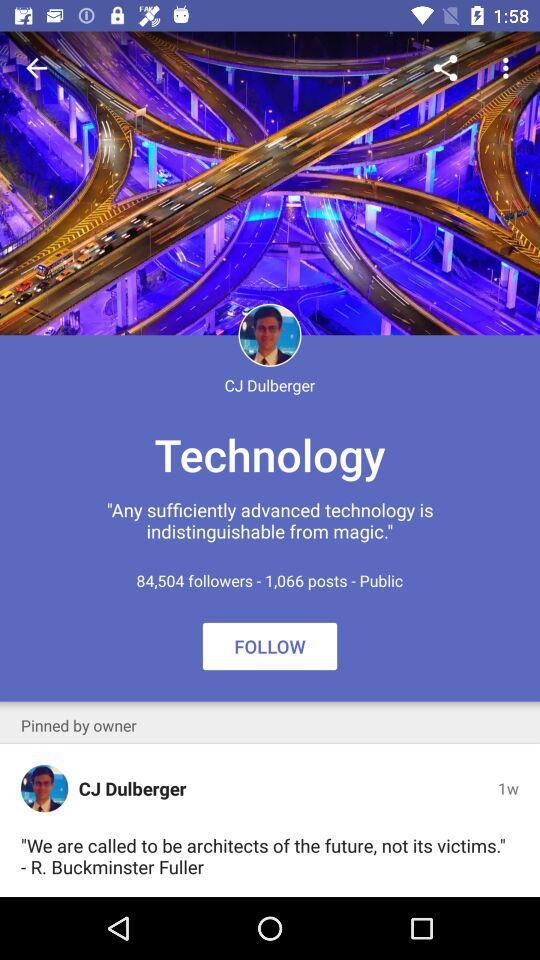 This screenshot has width=540, height=960. I want to click on the icon at the top left corner, so click(36, 68).